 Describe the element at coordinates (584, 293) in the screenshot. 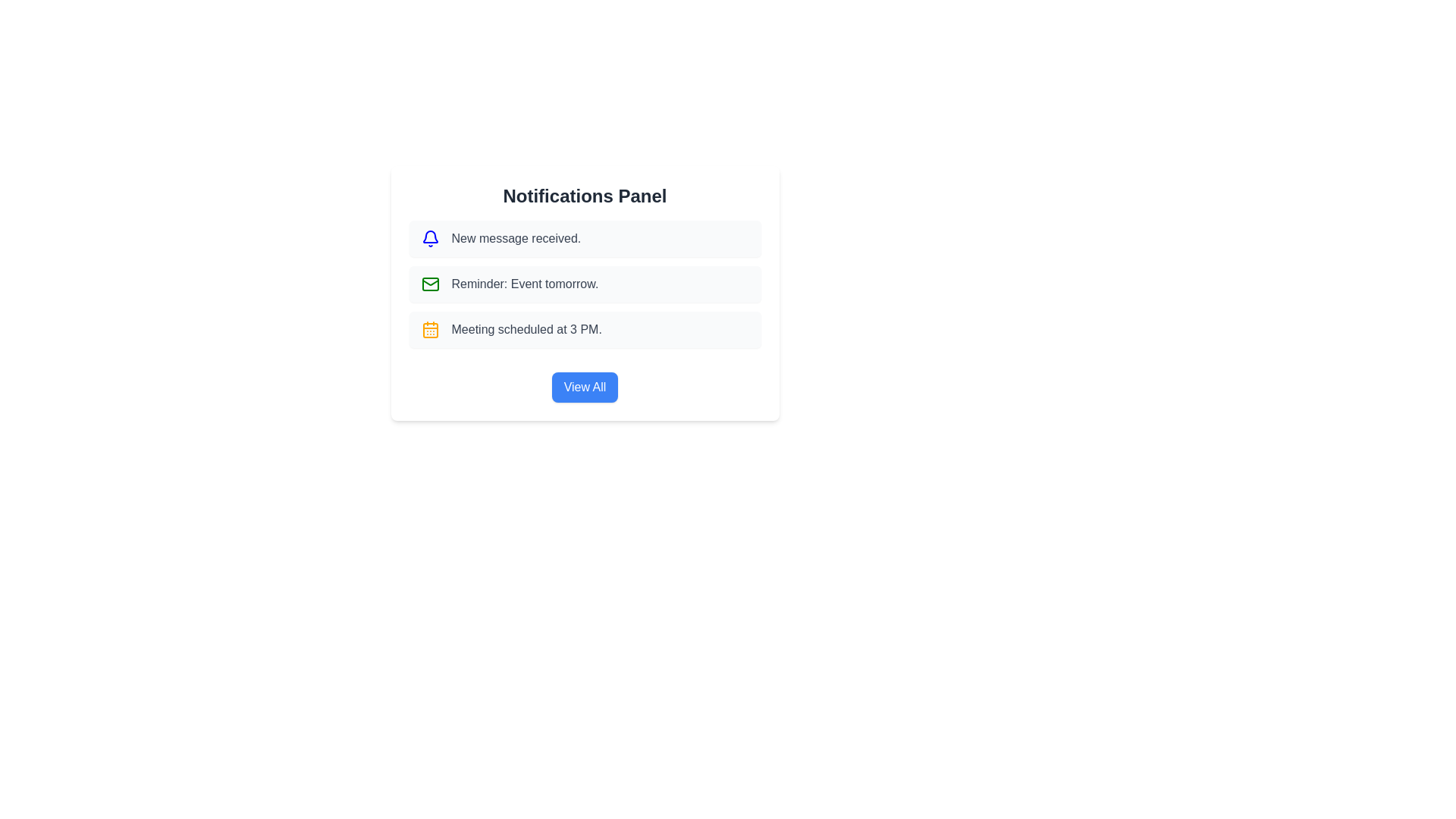

I see `the second notification item in the 'Notifications Panel'` at that location.